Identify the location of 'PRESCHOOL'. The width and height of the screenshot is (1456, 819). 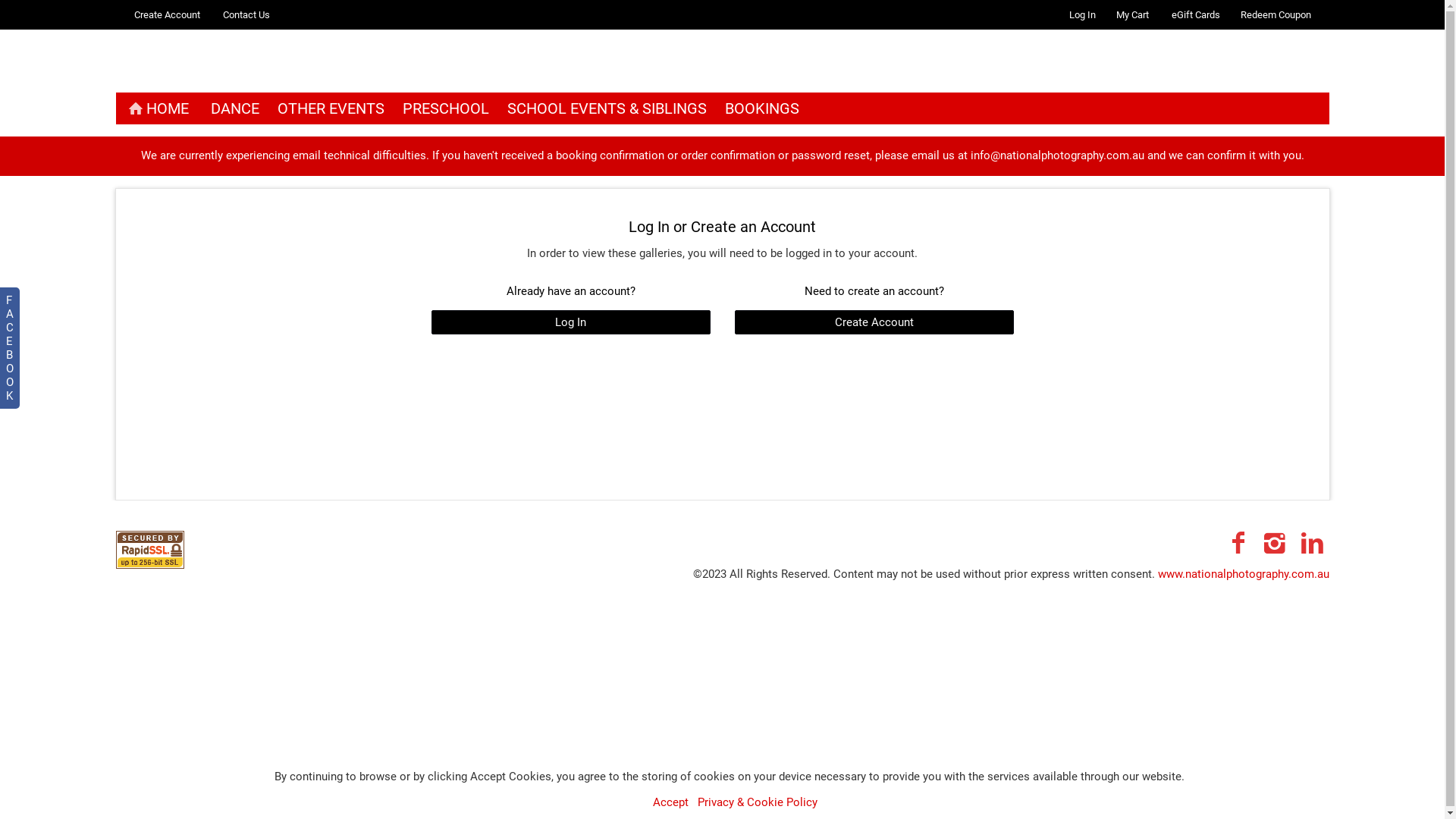
(444, 107).